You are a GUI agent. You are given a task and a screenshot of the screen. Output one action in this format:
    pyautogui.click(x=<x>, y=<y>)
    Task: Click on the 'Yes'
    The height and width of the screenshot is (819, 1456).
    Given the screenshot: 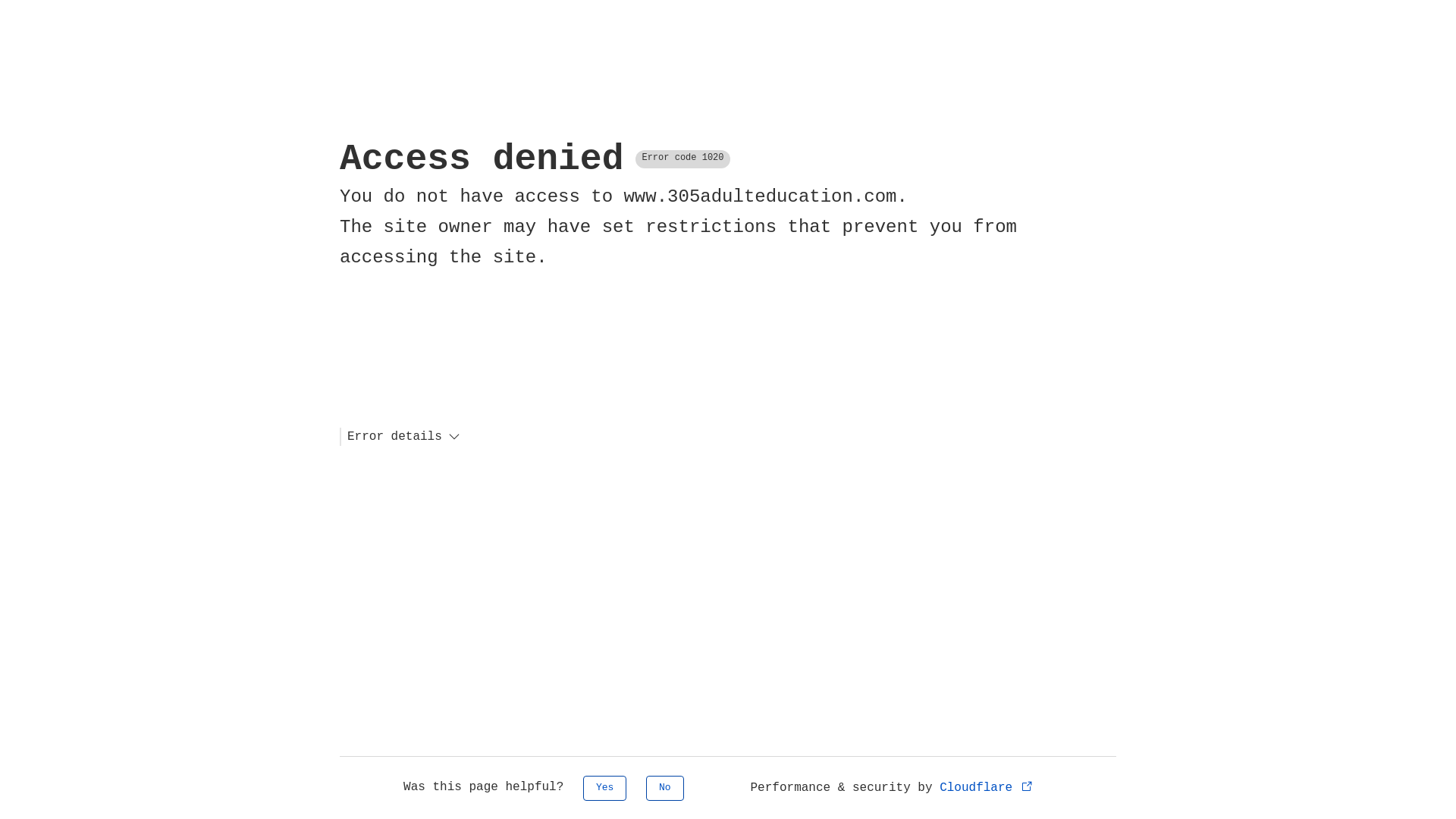 What is the action you would take?
    pyautogui.click(x=604, y=787)
    